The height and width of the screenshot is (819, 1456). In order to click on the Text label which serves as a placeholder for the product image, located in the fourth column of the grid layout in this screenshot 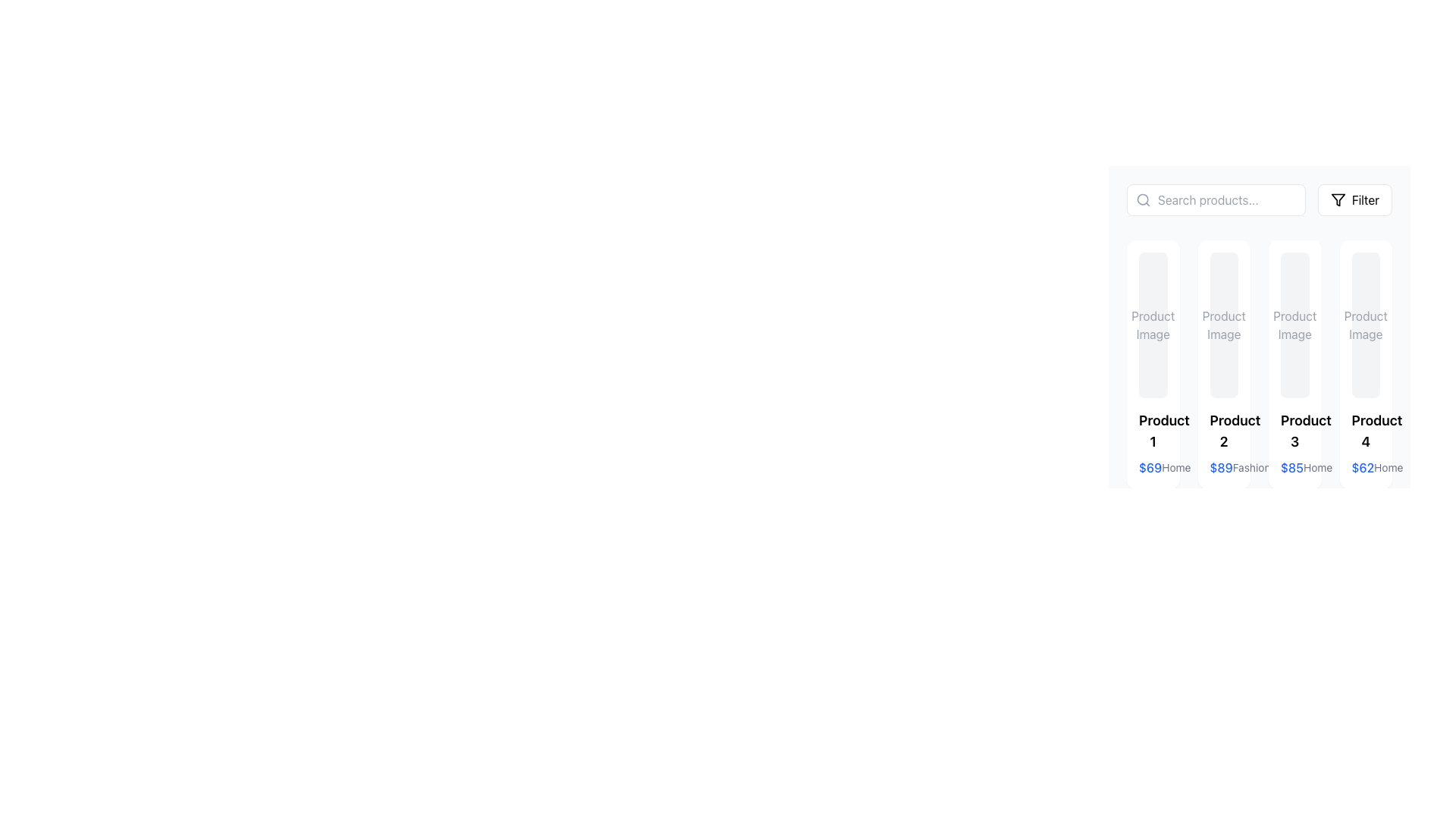, I will do `click(1366, 324)`.